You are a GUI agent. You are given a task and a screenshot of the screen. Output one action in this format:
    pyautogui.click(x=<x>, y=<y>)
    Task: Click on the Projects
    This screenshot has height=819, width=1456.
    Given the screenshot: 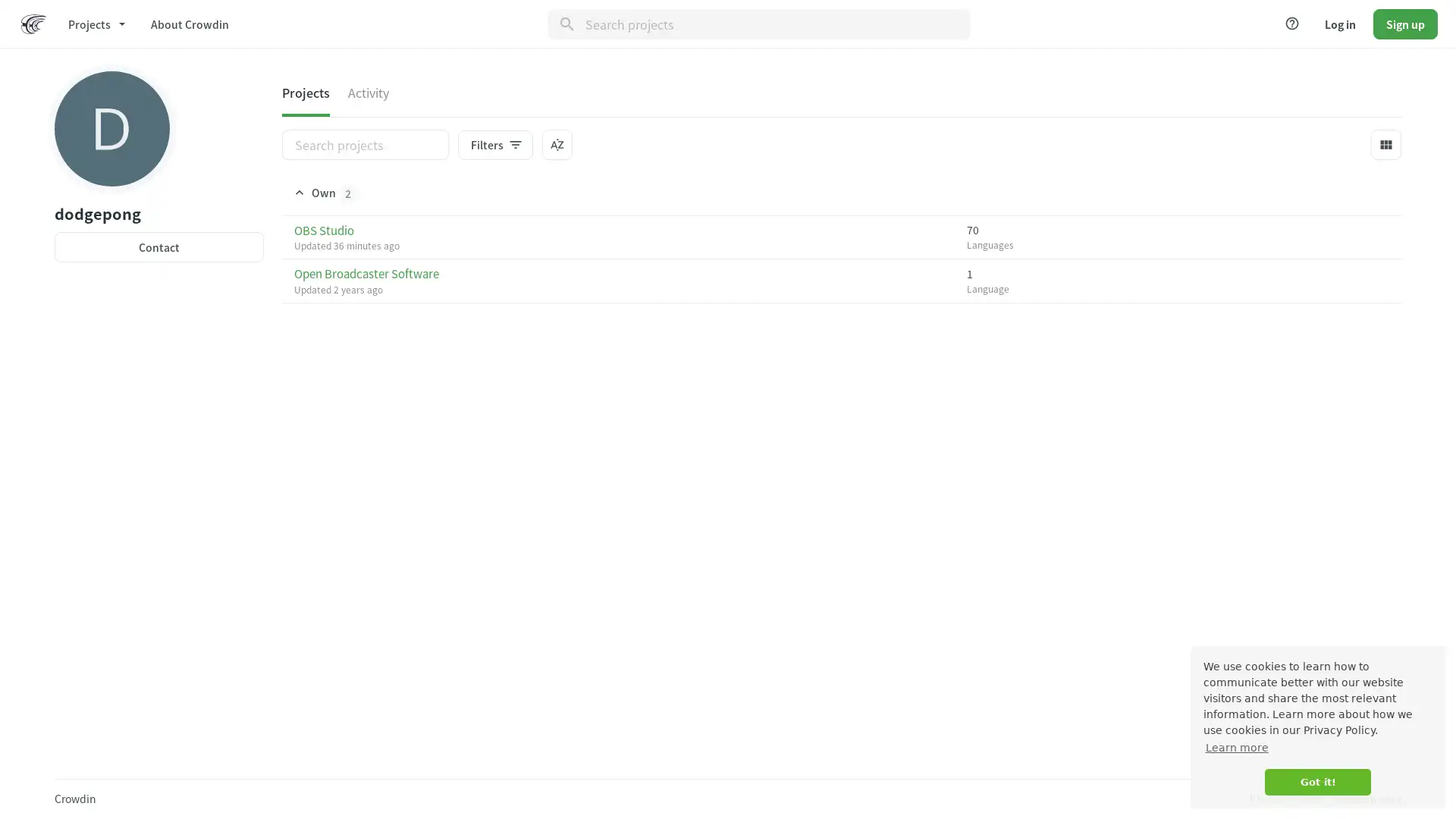 What is the action you would take?
    pyautogui.click(x=95, y=23)
    